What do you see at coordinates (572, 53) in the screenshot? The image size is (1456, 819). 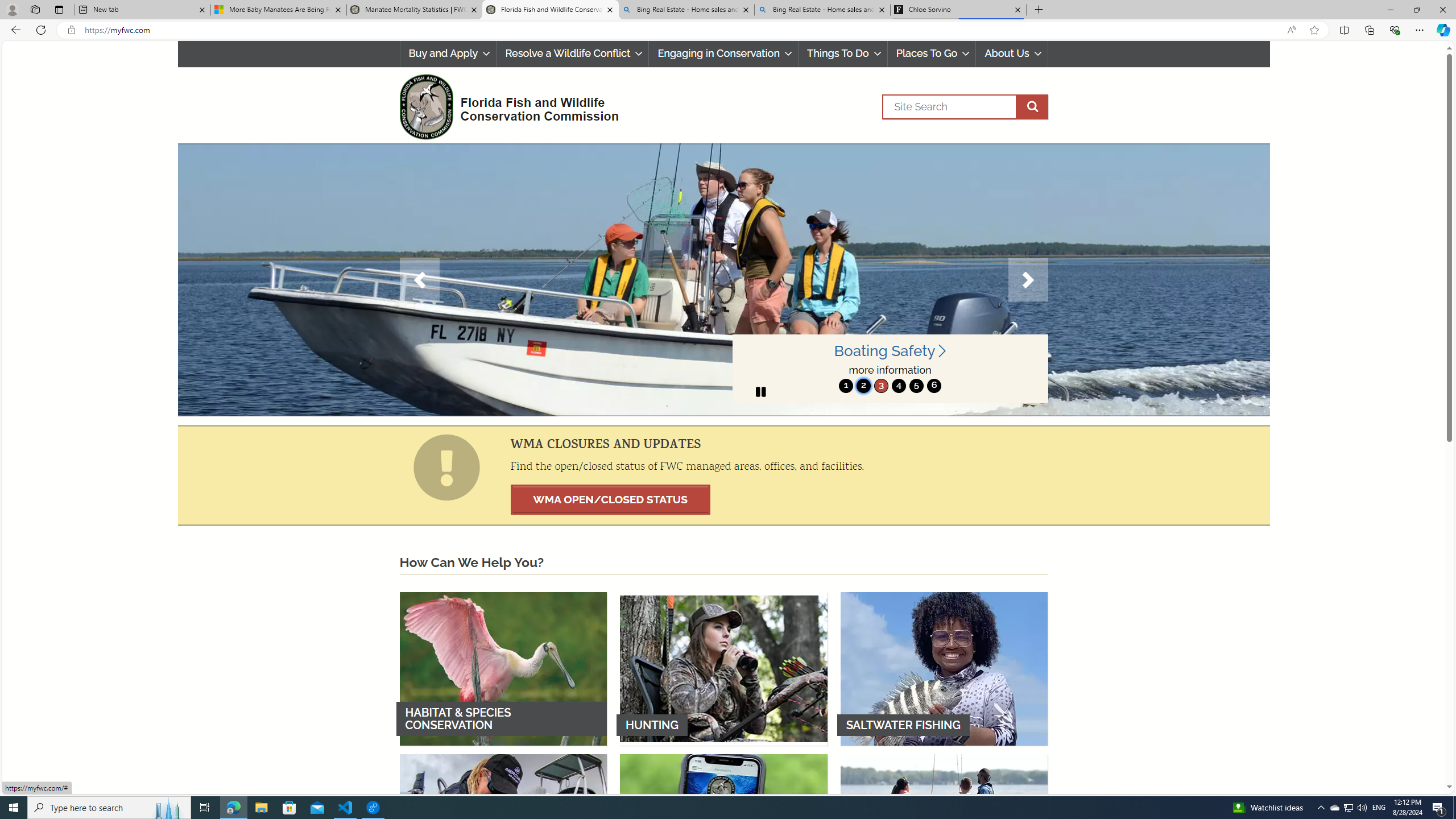 I see `'Resolve a Wildlife Conflict'` at bounding box center [572, 53].